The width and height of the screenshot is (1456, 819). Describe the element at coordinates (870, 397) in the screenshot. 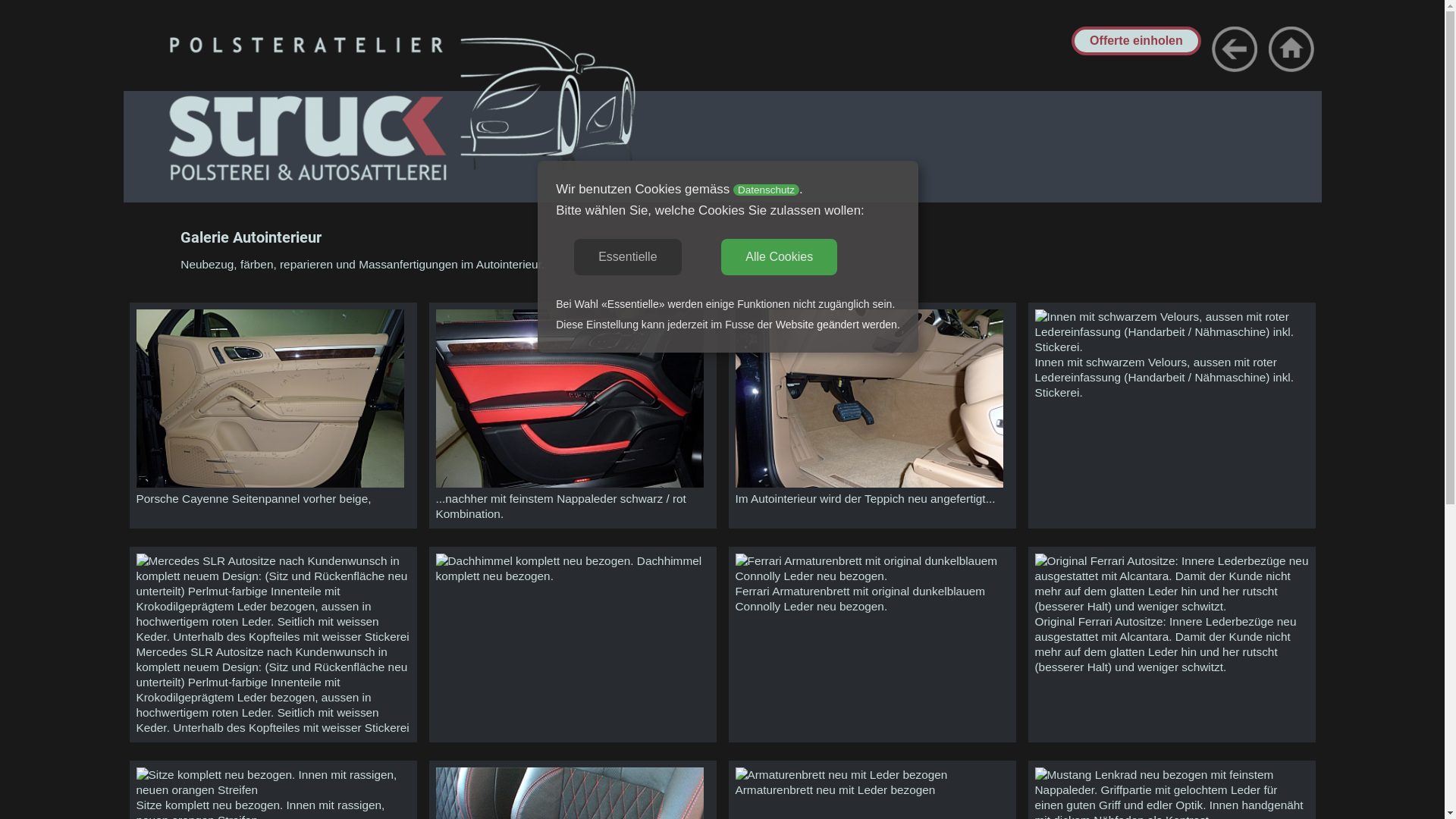

I see `'Im Autointerieur wird der Teppich neu angefertigt...'` at that location.